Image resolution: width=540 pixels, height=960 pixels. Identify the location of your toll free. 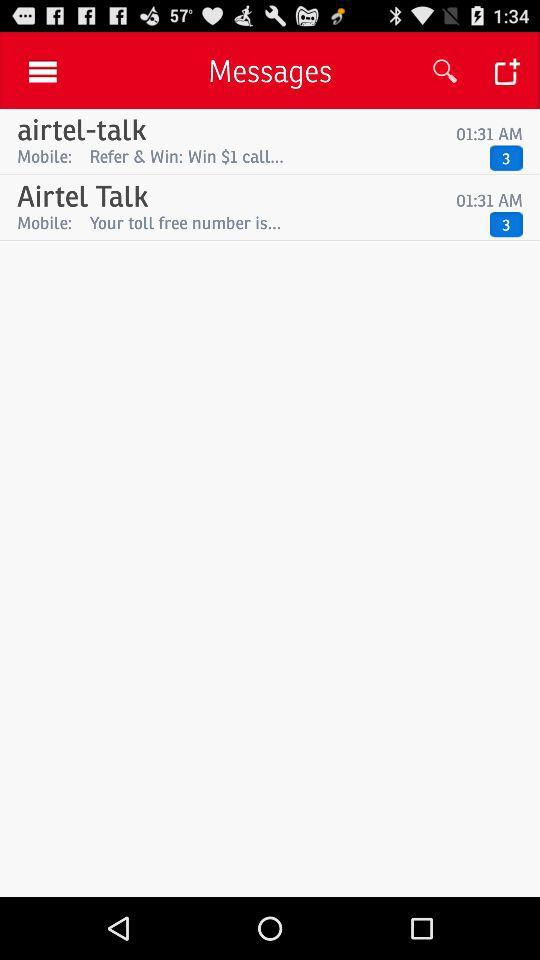
(284, 222).